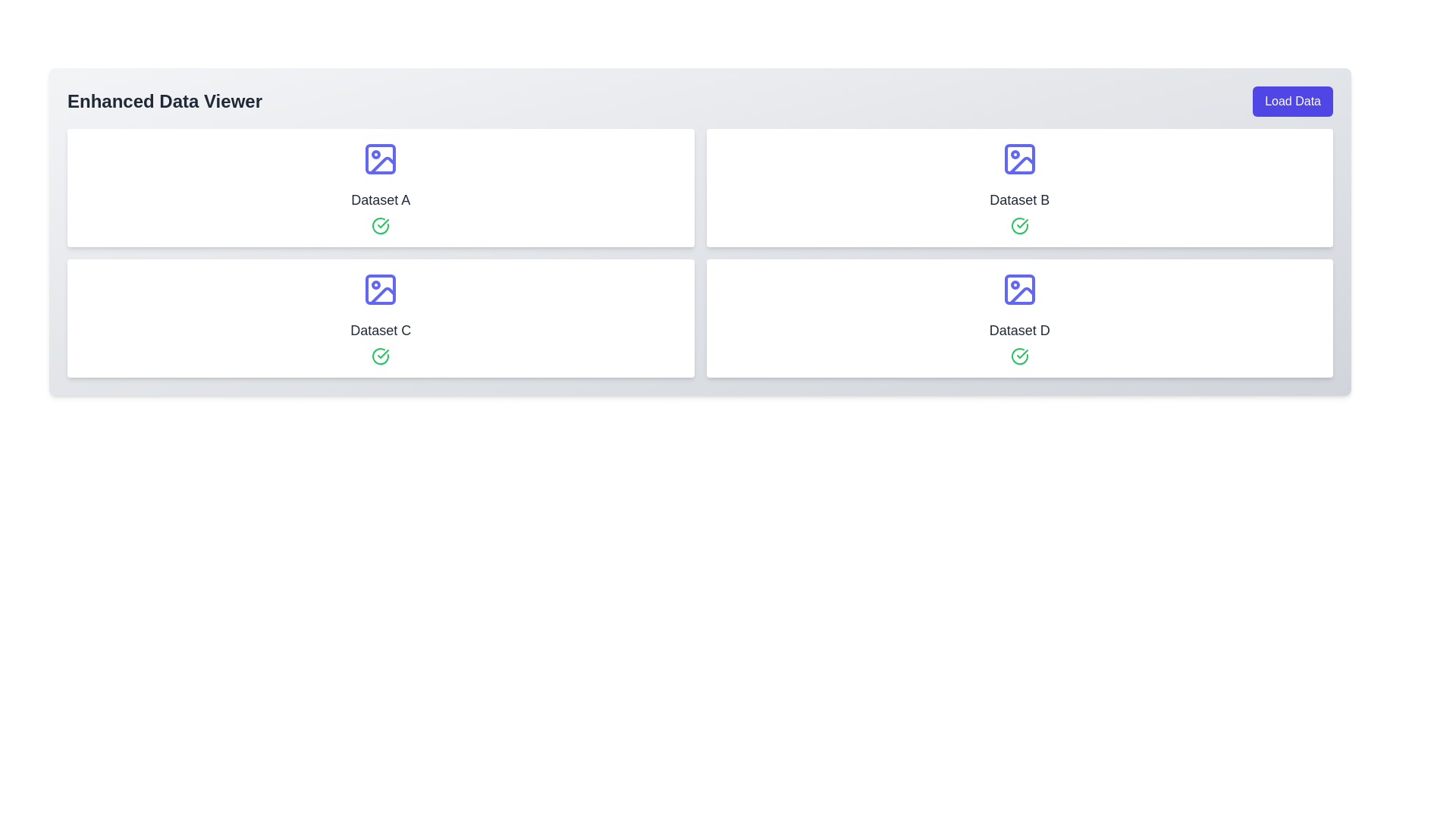  I want to click on the green circular Status icon with a check mark inside, located on the 'Dataset D' card in the bottom-right corner of the grid, so click(1019, 356).